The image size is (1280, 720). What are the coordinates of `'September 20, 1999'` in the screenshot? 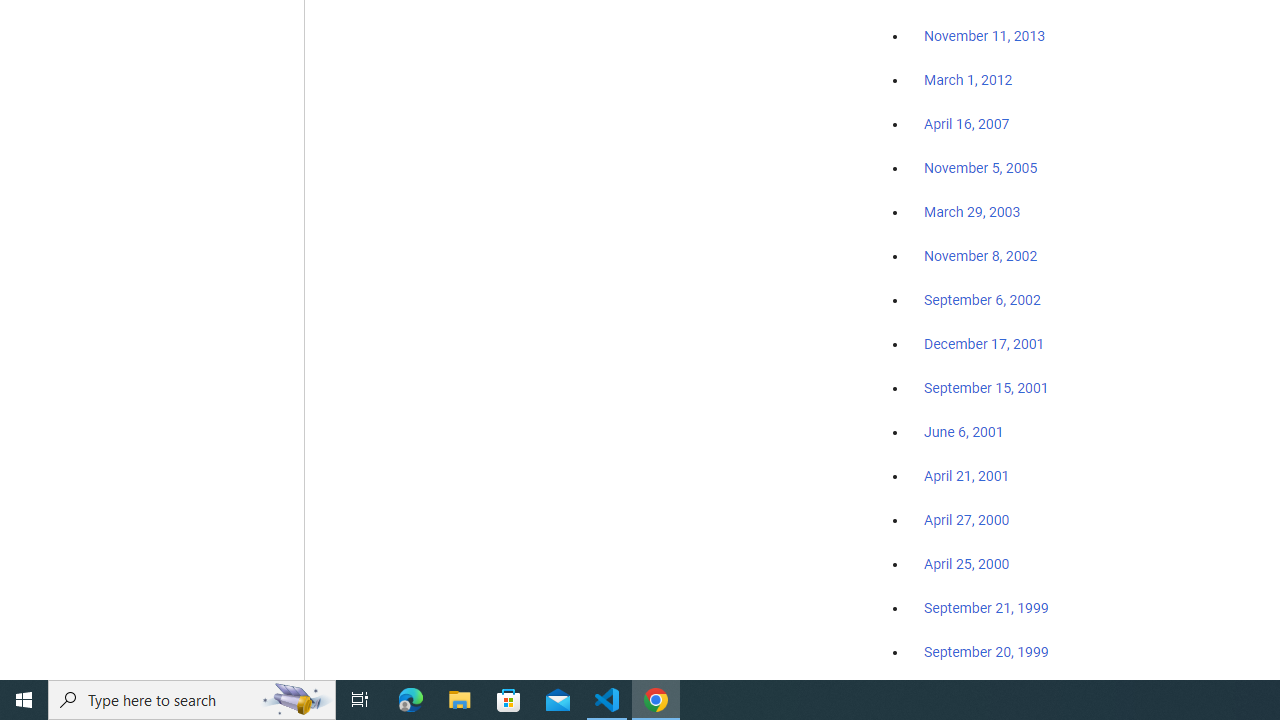 It's located at (986, 651).